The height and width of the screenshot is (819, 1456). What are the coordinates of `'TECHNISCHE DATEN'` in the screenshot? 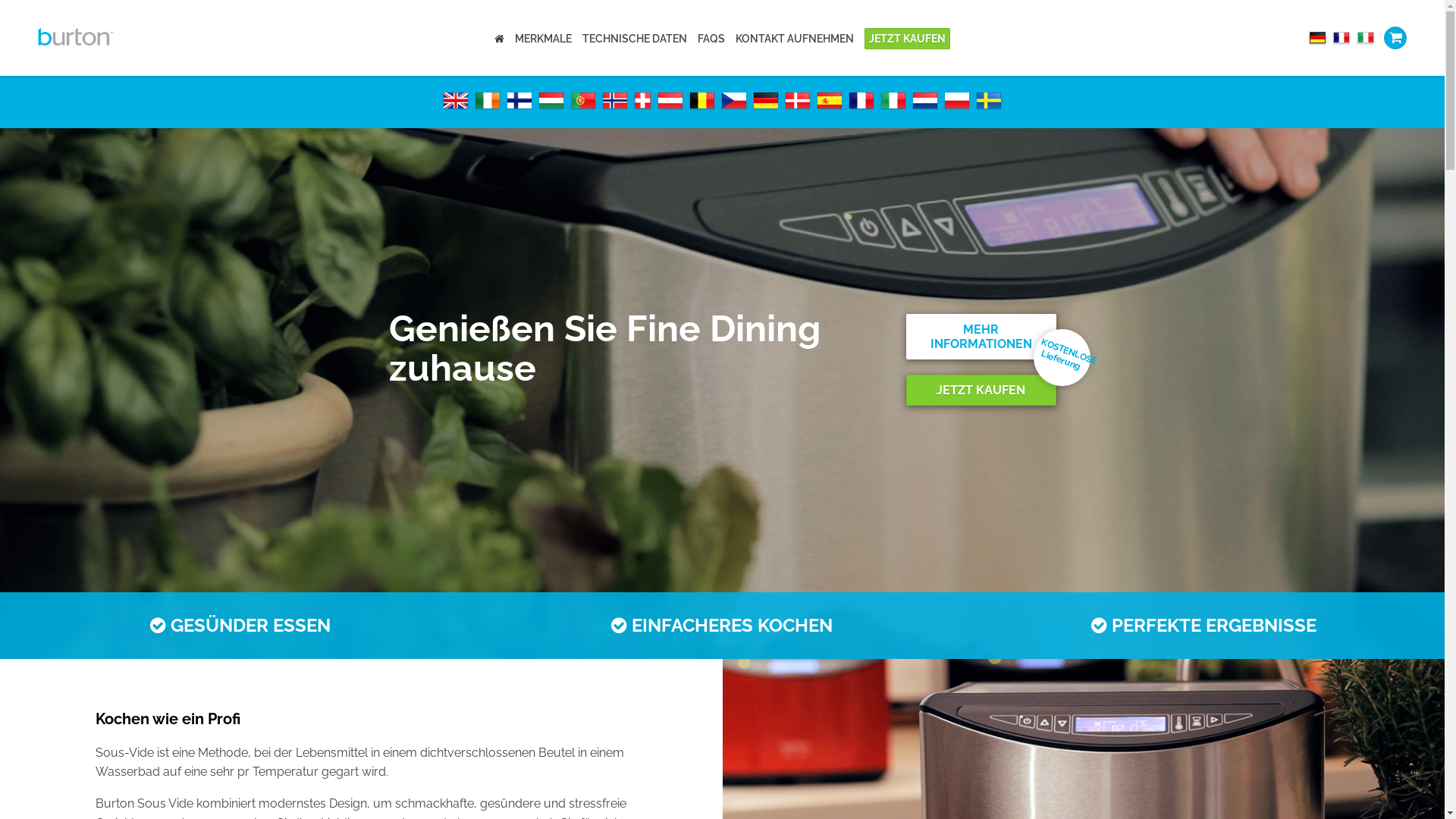 It's located at (582, 37).